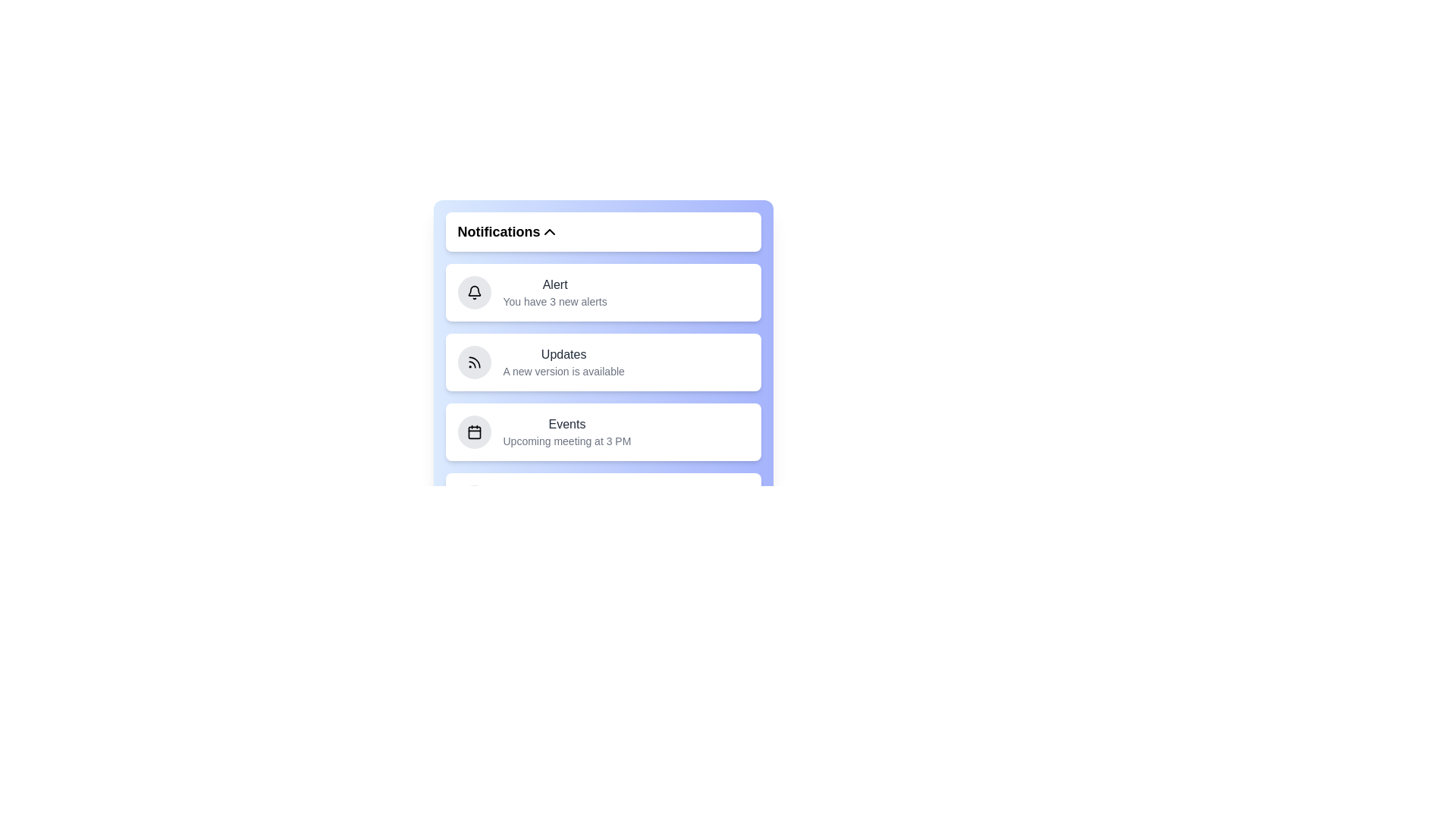 This screenshot has width=1456, height=819. Describe the element at coordinates (473, 362) in the screenshot. I see `the icon representing Updates notification` at that location.